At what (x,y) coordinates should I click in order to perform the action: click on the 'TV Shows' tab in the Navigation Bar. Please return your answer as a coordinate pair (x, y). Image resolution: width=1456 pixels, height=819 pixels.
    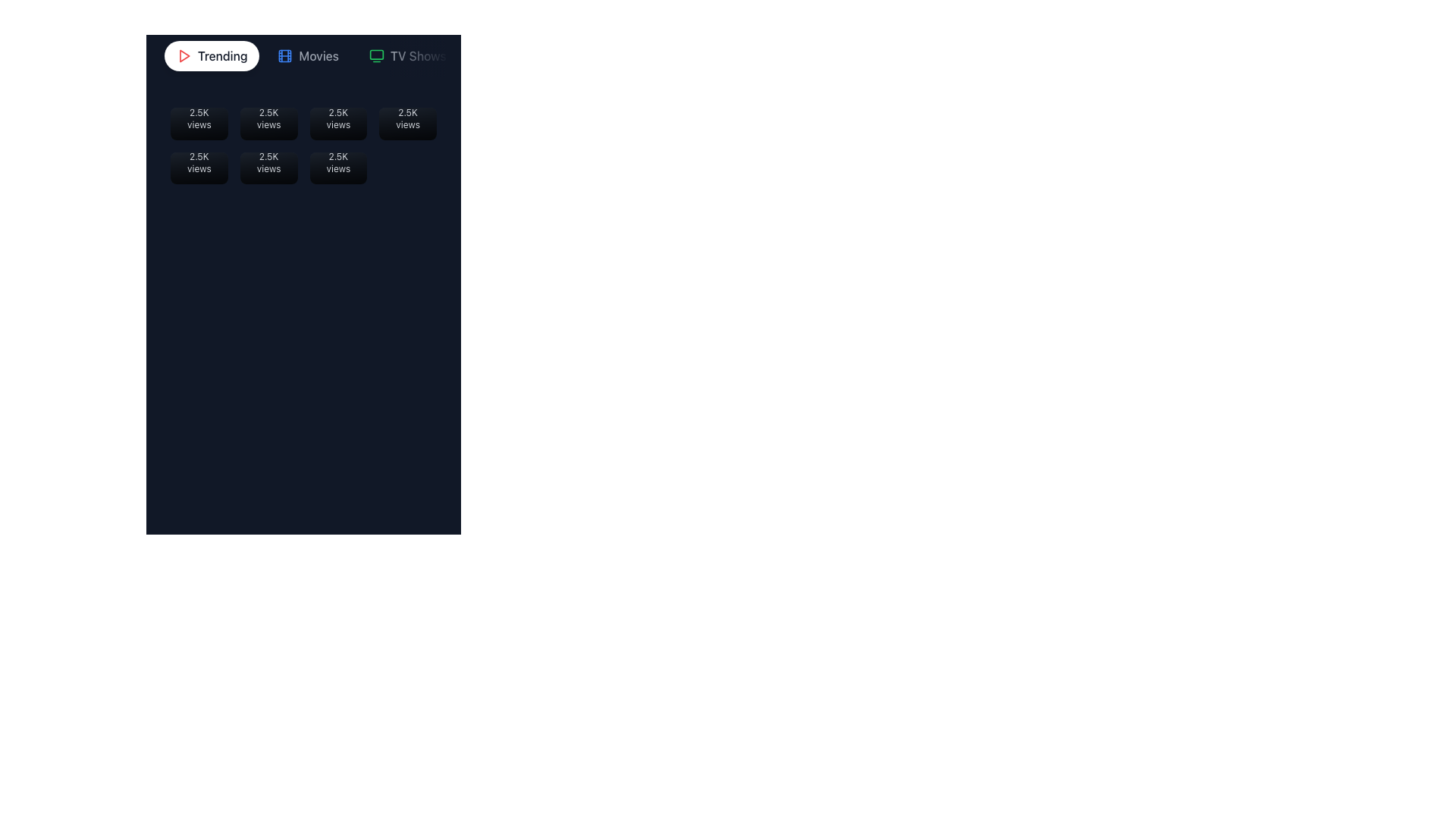
    Looking at the image, I should click on (303, 55).